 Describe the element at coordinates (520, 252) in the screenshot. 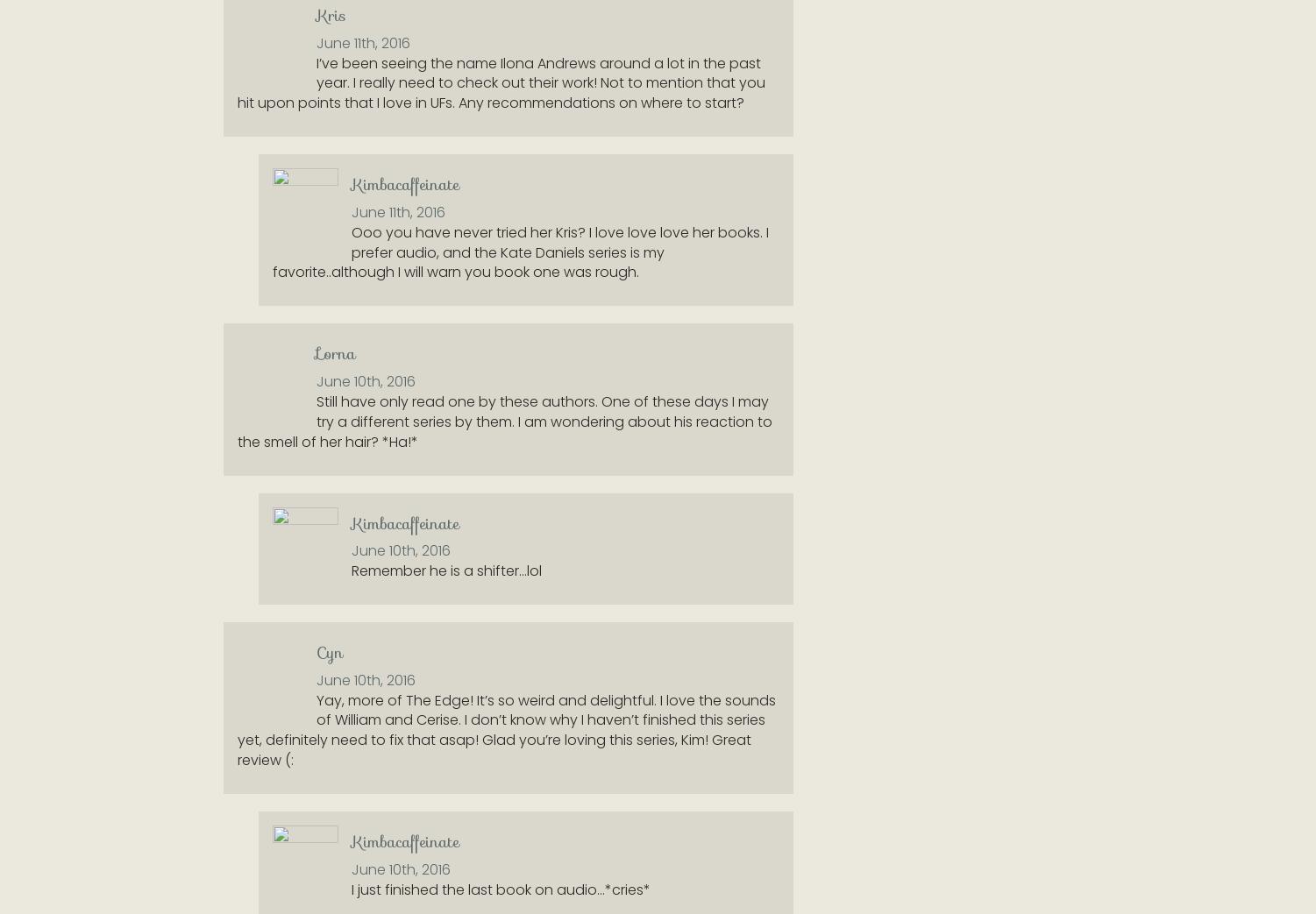

I see `'Ooo you have never tried her Kris? I love love love her books. I prefer audio, and the Kate Daniels series is my favorite..although I will warn you book one was rough.'` at that location.